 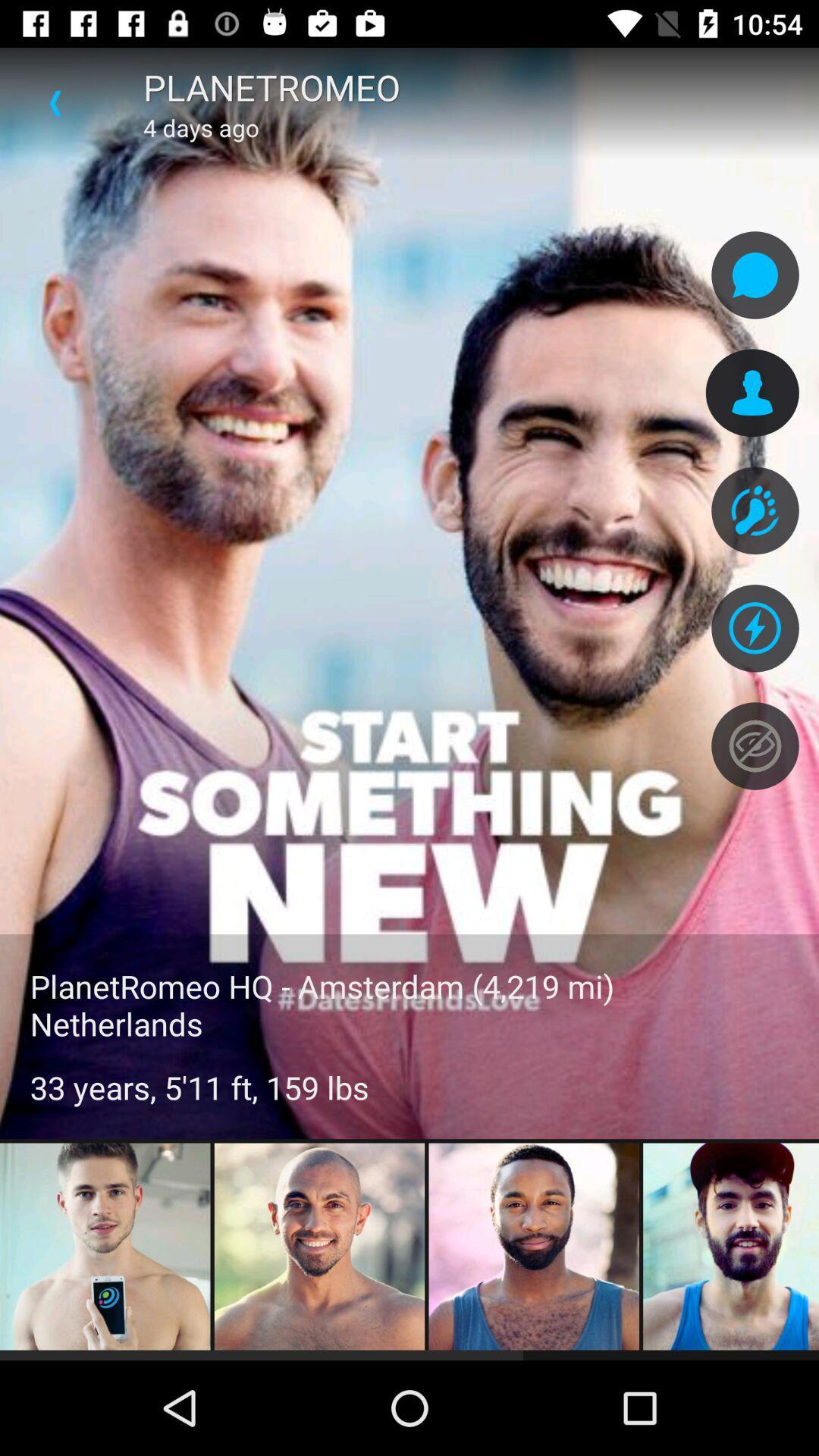 What do you see at coordinates (55, 102) in the screenshot?
I see `item next to the planetromeo icon` at bounding box center [55, 102].